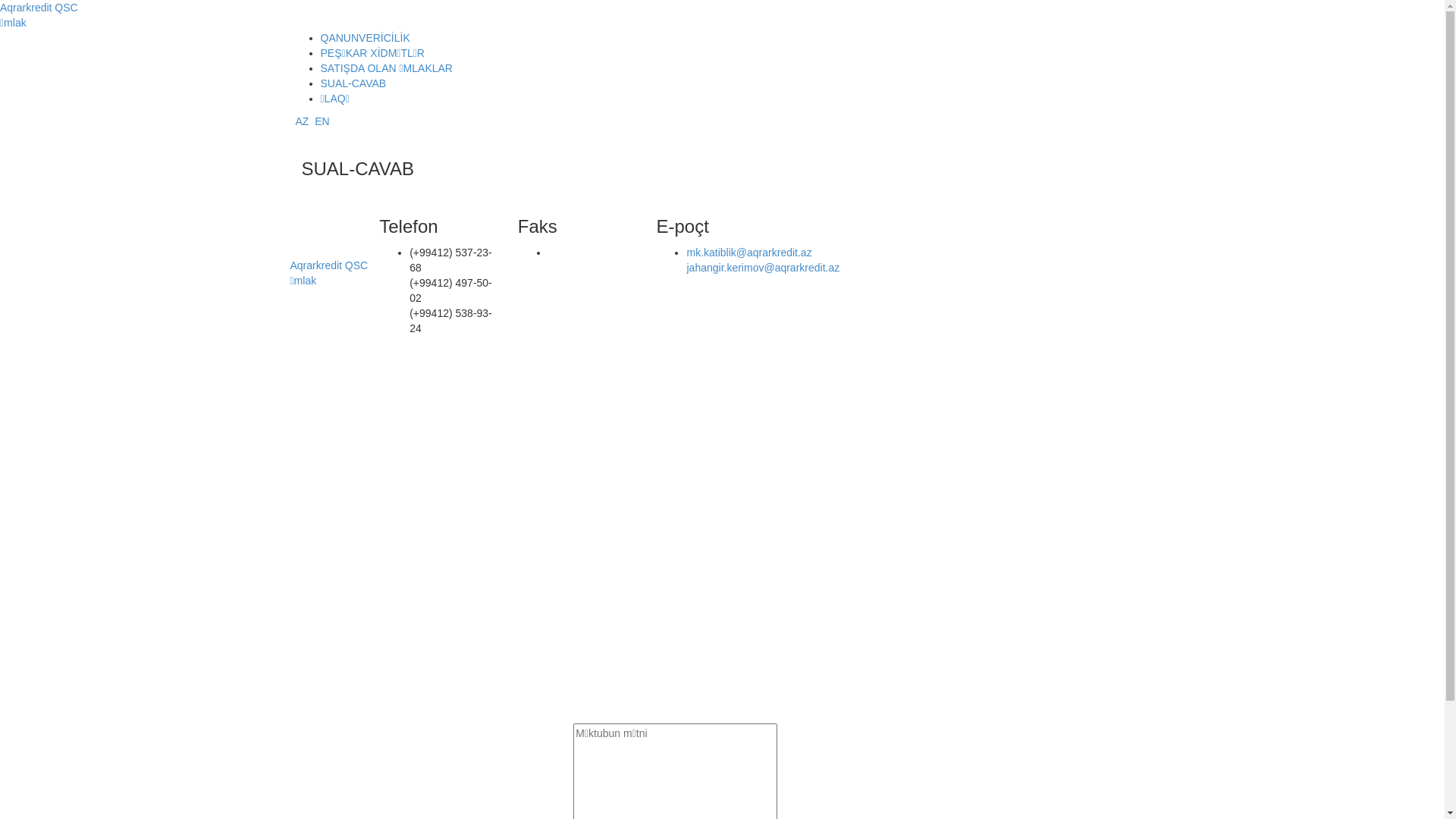  I want to click on 'EN', so click(321, 120).